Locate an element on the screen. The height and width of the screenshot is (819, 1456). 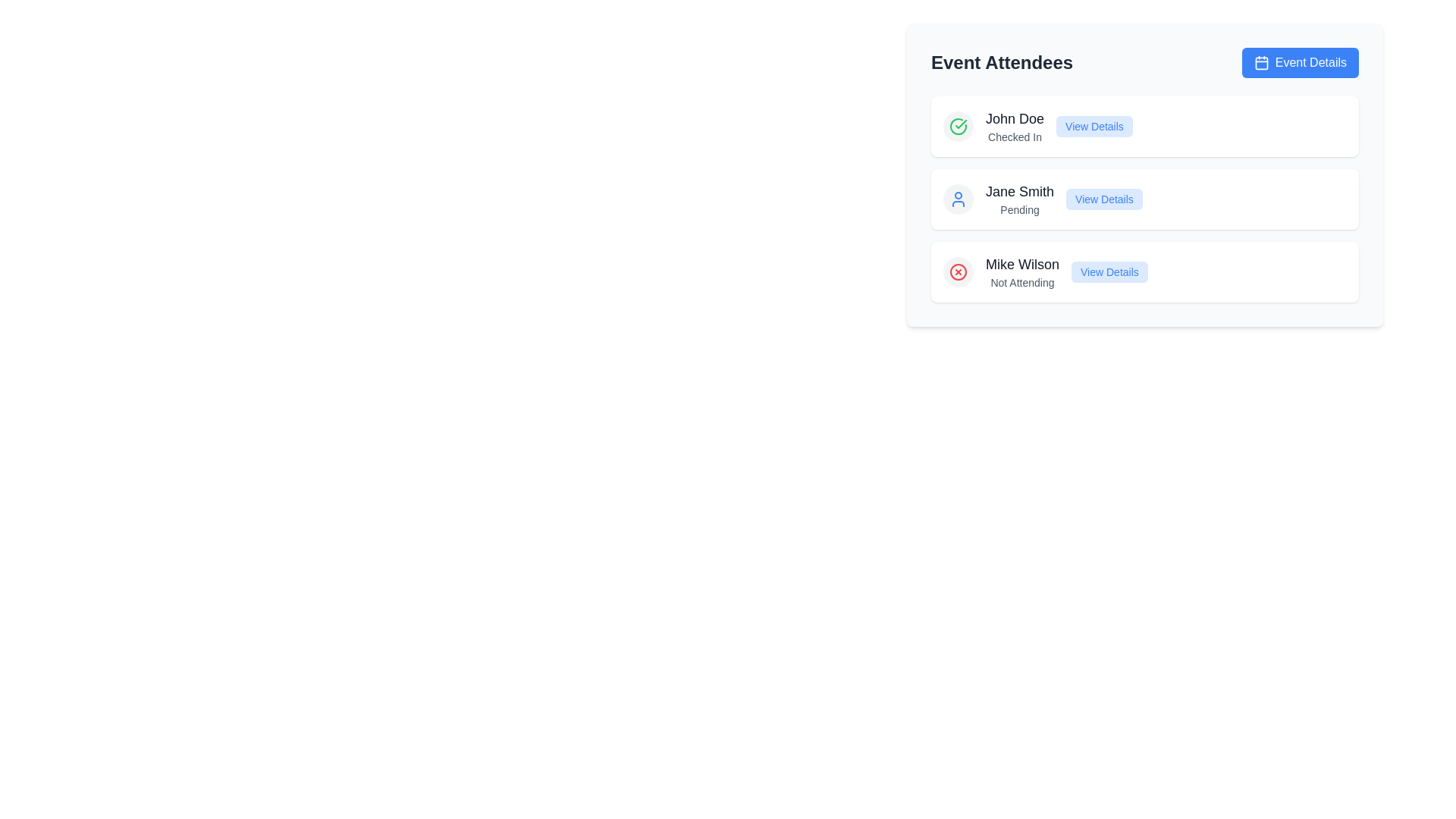
the button located on the right side of the 'Event Attendees' heading is located at coordinates (1299, 62).